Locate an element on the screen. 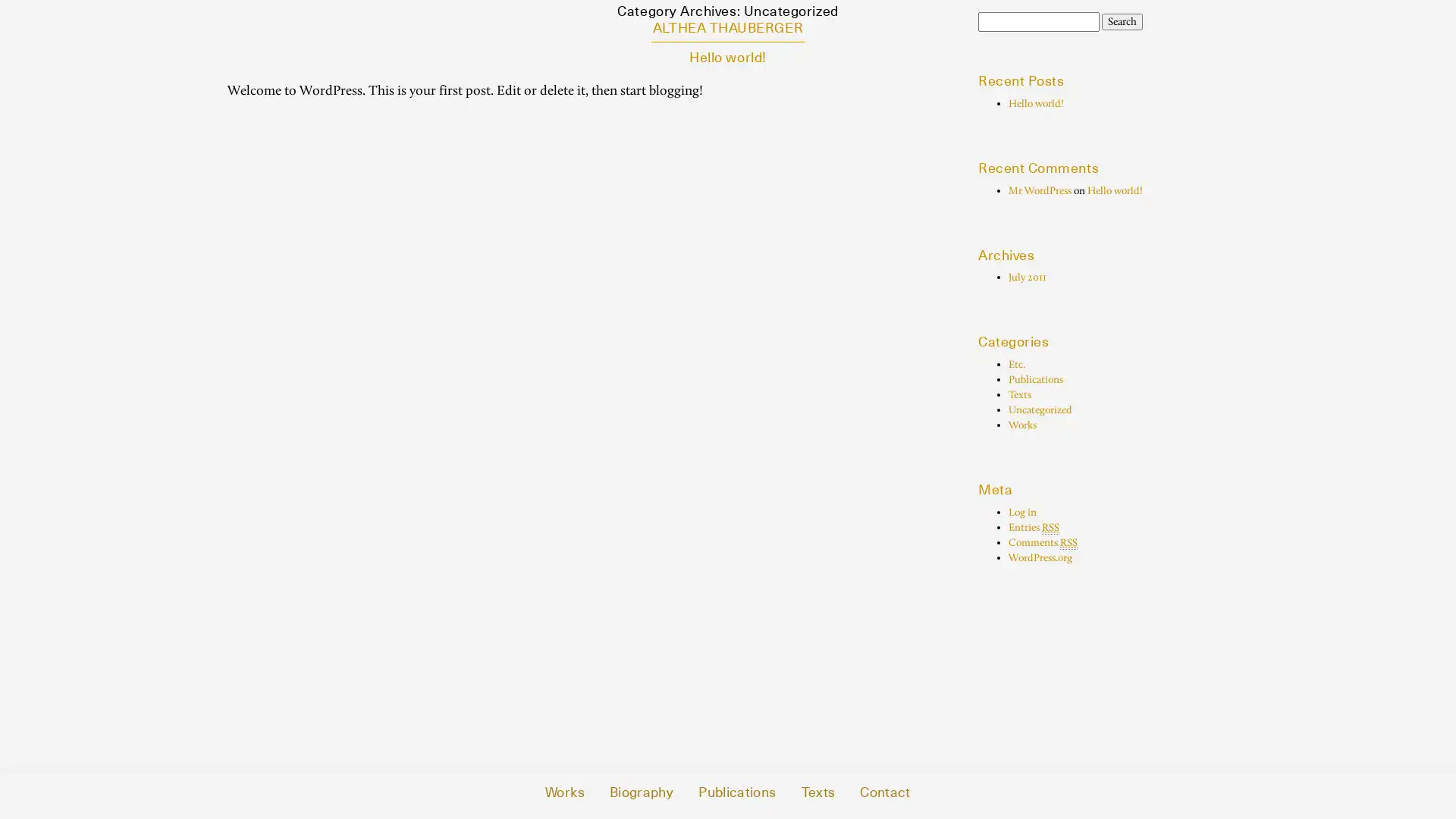 This screenshot has height=819, width=1456. Search is located at coordinates (1122, 22).